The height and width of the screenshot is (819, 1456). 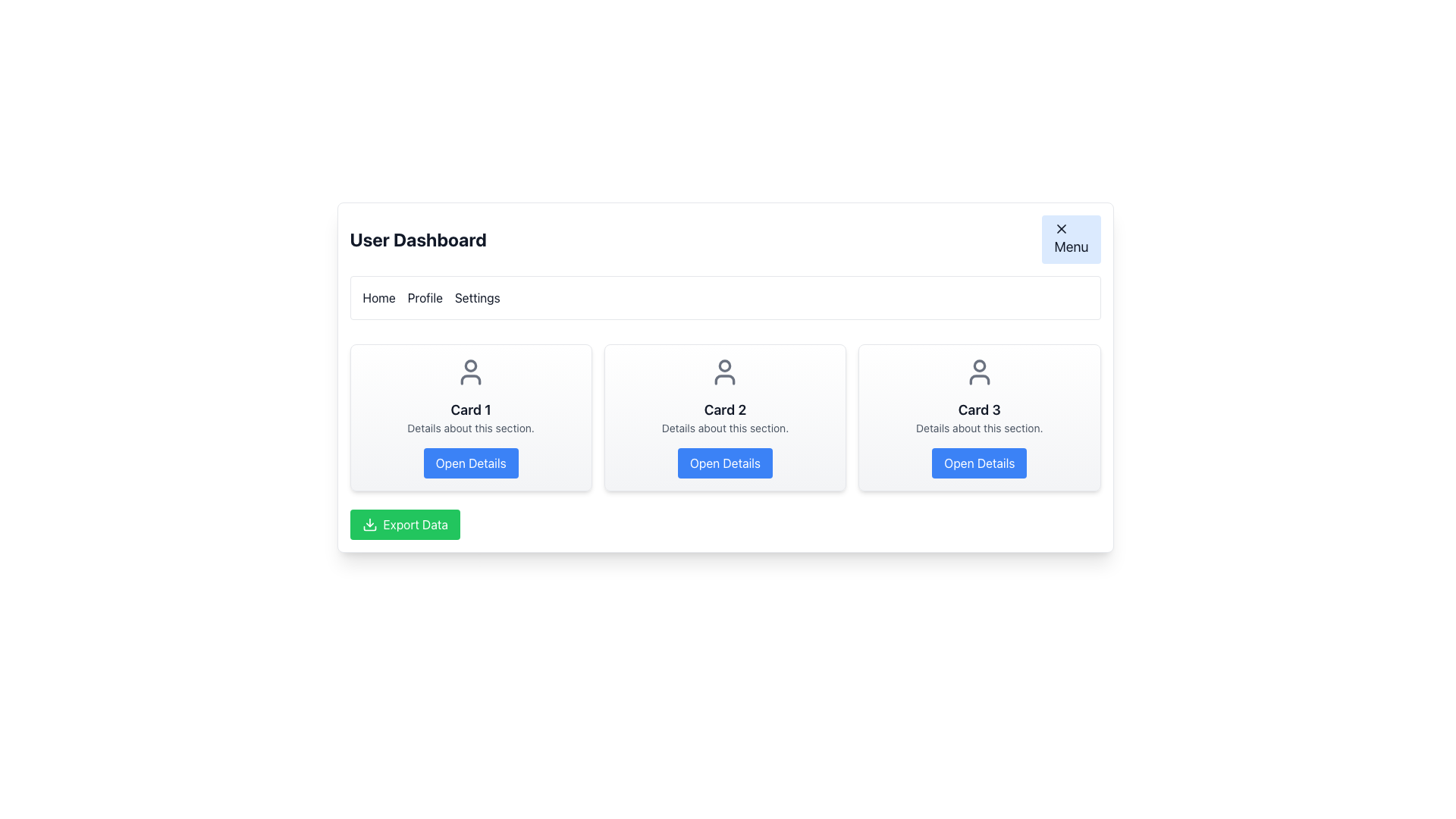 What do you see at coordinates (470, 428) in the screenshot?
I see `the static text stating 'Details about this section.'` at bounding box center [470, 428].